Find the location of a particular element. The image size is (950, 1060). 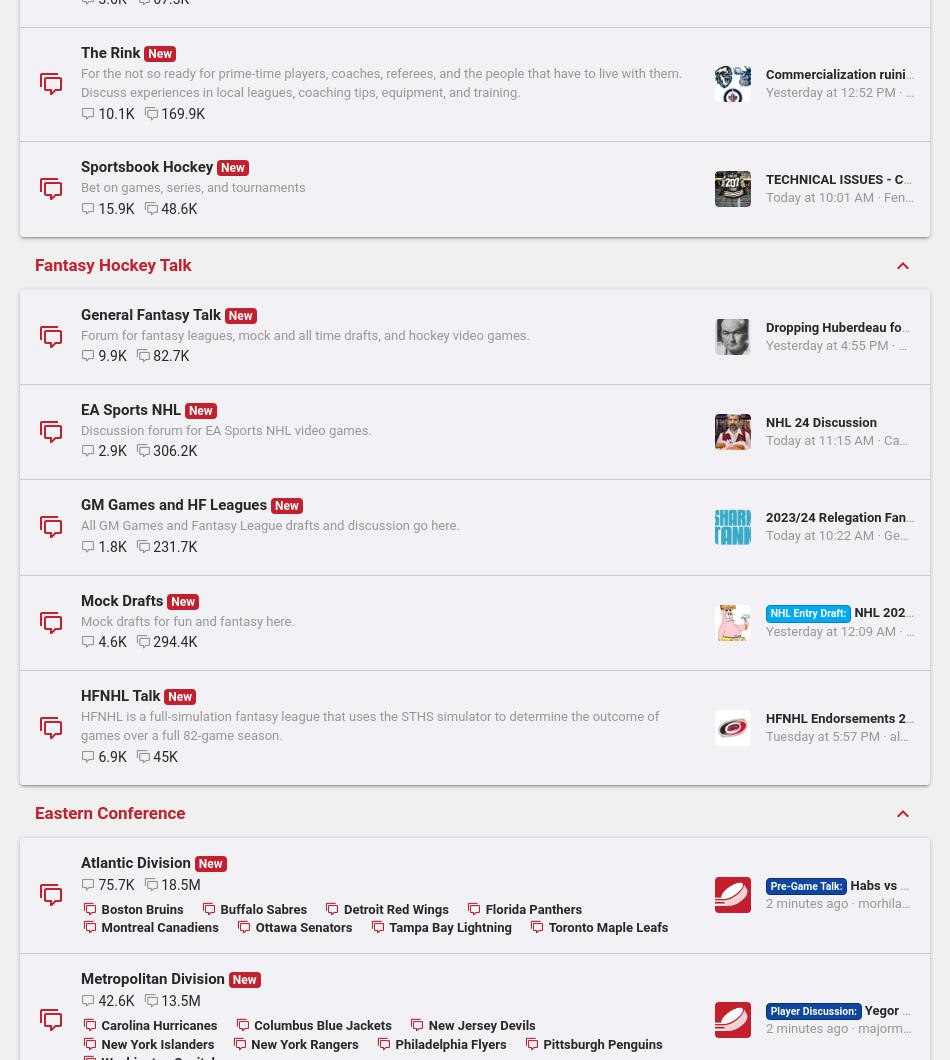

'Today at 11:15 AM' is located at coordinates (480, 802).